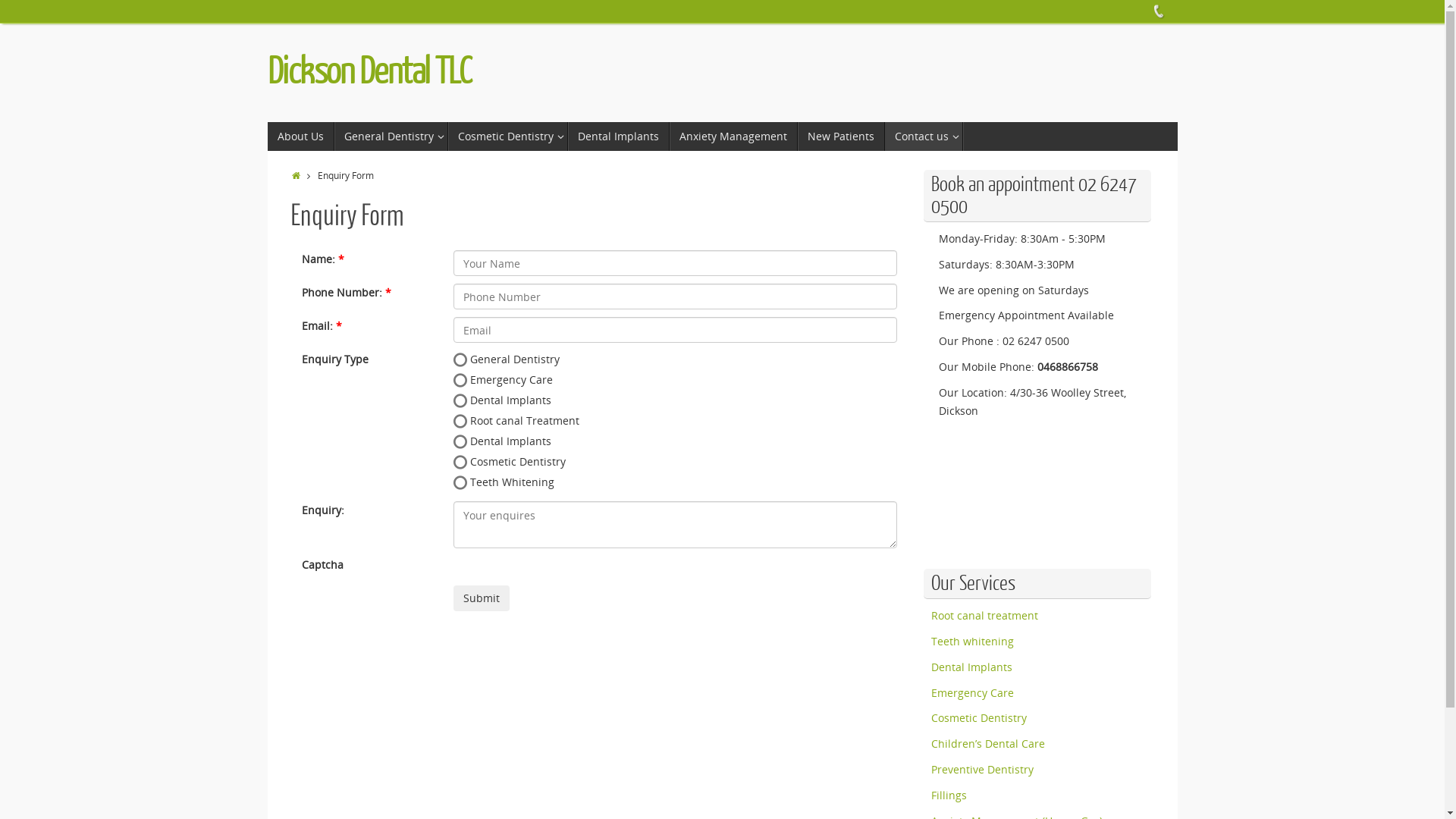 Image resolution: width=1456 pixels, height=819 pixels. I want to click on 'Submit', so click(480, 598).